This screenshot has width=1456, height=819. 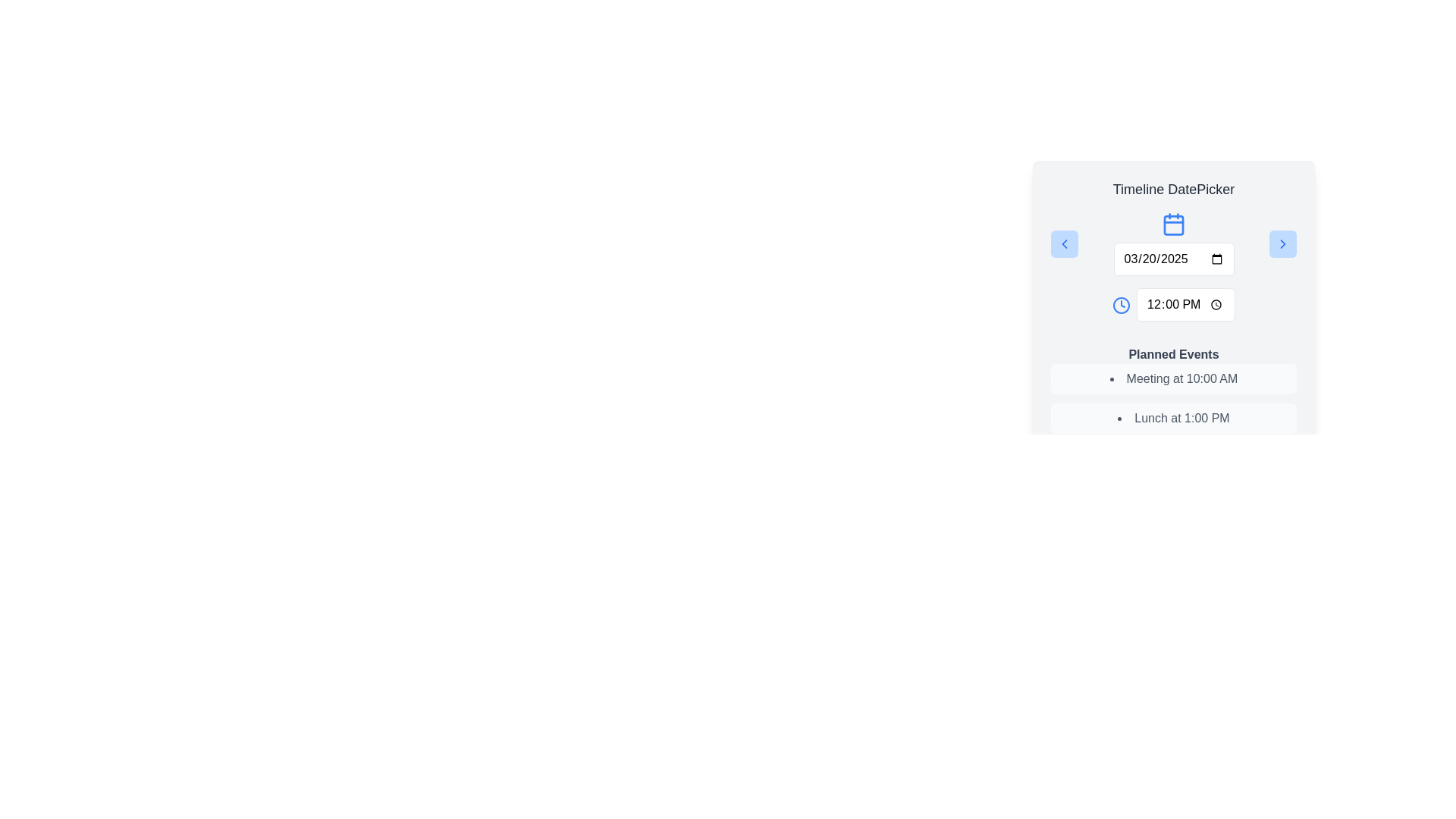 What do you see at coordinates (1173, 225) in the screenshot?
I see `the decorative rounded rectangle element inside the SVG calendar icon, which has a blue outline and is located in the center above the date selection textbox` at bounding box center [1173, 225].